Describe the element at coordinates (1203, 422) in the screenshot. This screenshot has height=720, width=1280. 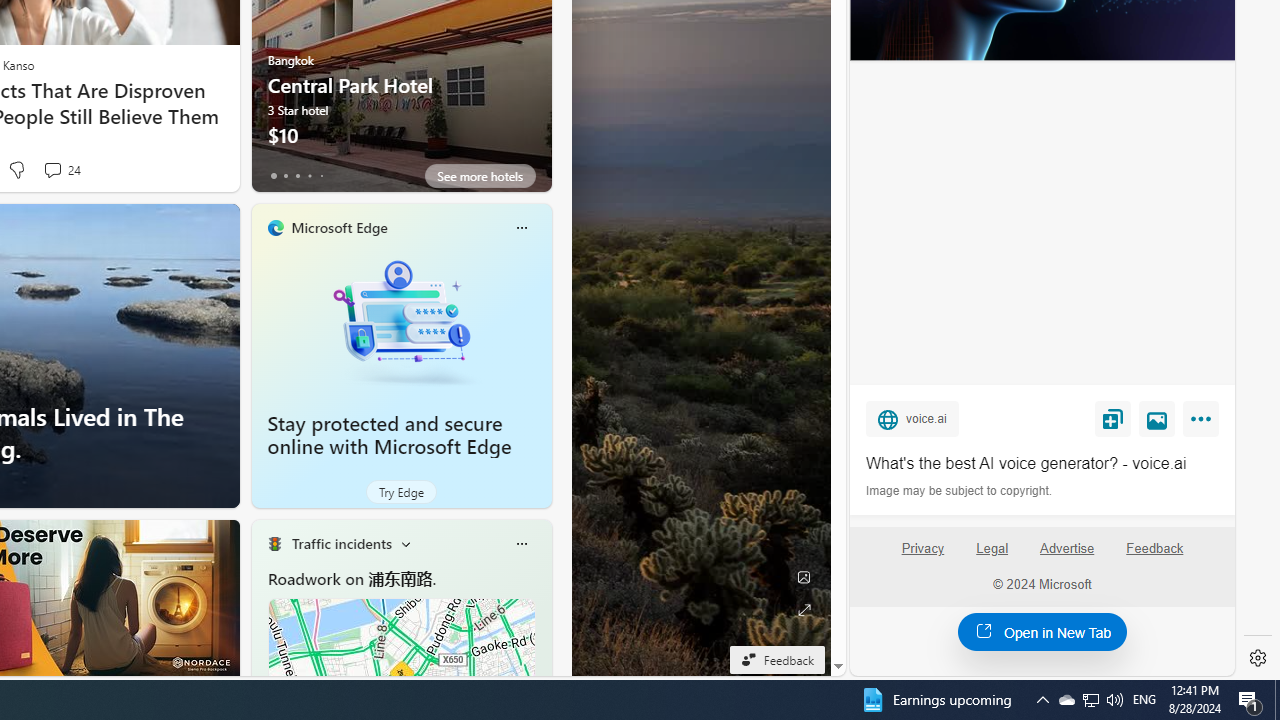
I see `'More'` at that location.